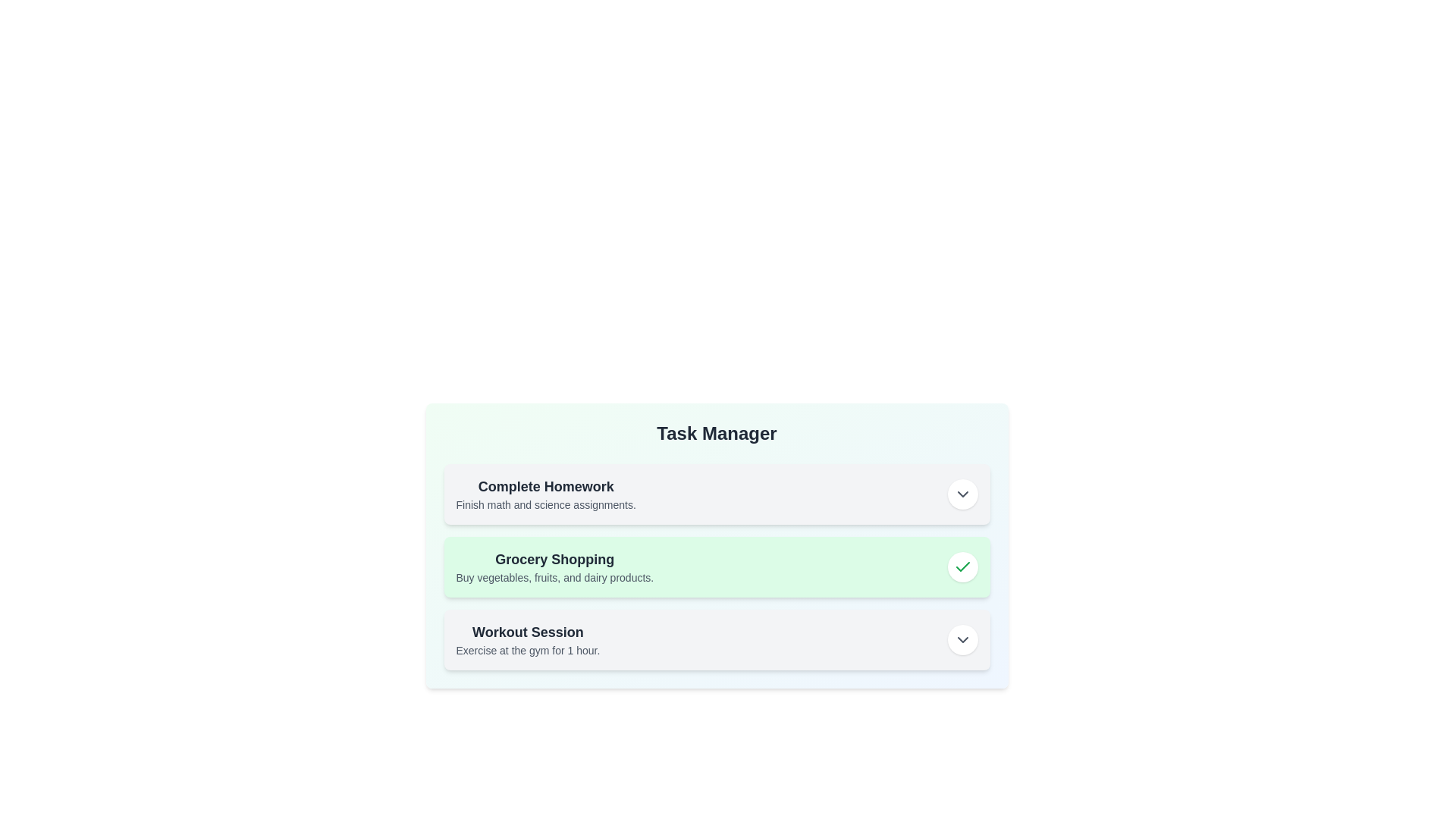 The width and height of the screenshot is (1456, 819). Describe the element at coordinates (716, 582) in the screenshot. I see `the background of the Task Manager component` at that location.